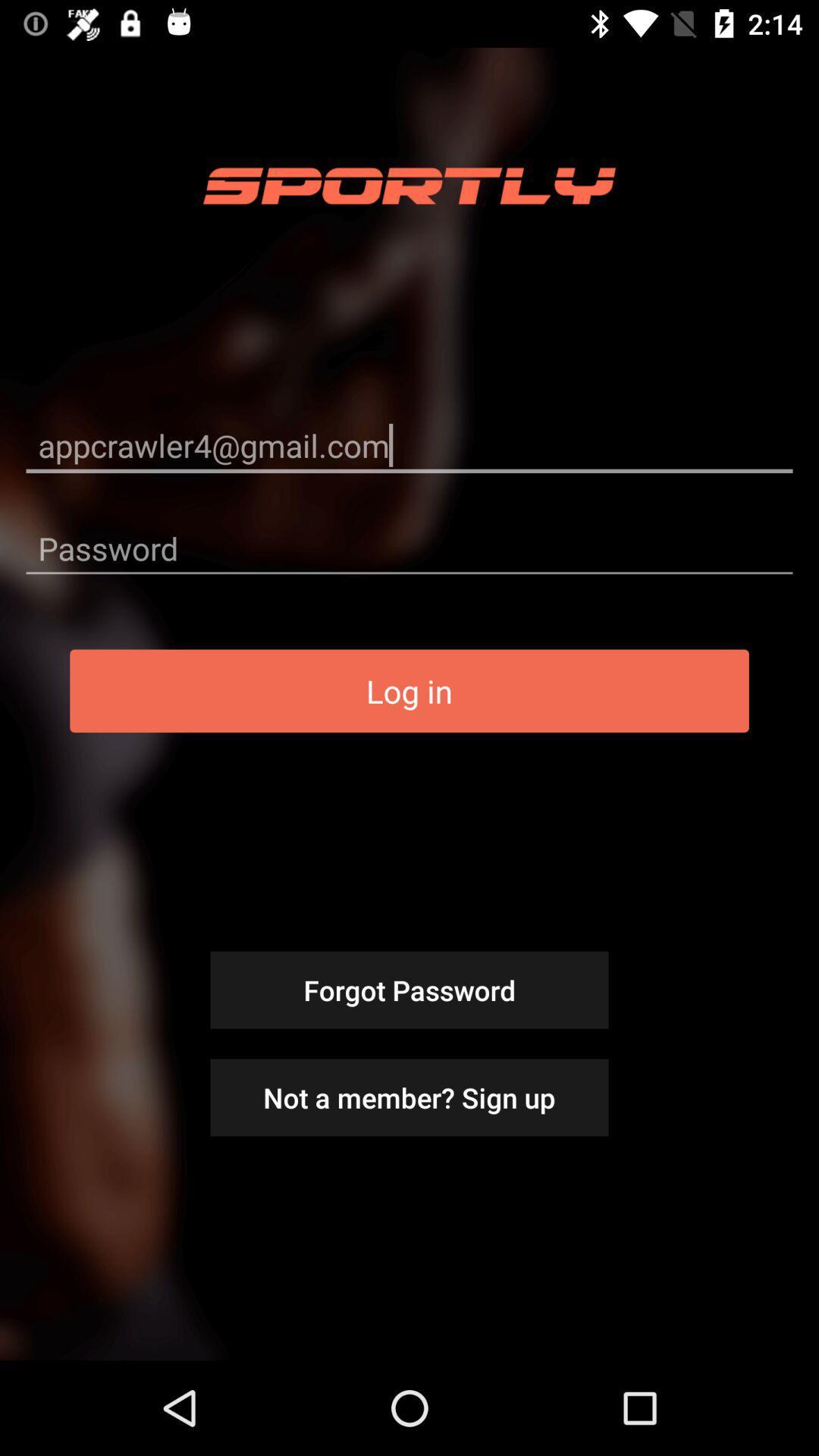  Describe the element at coordinates (409, 990) in the screenshot. I see `forgot password` at that location.